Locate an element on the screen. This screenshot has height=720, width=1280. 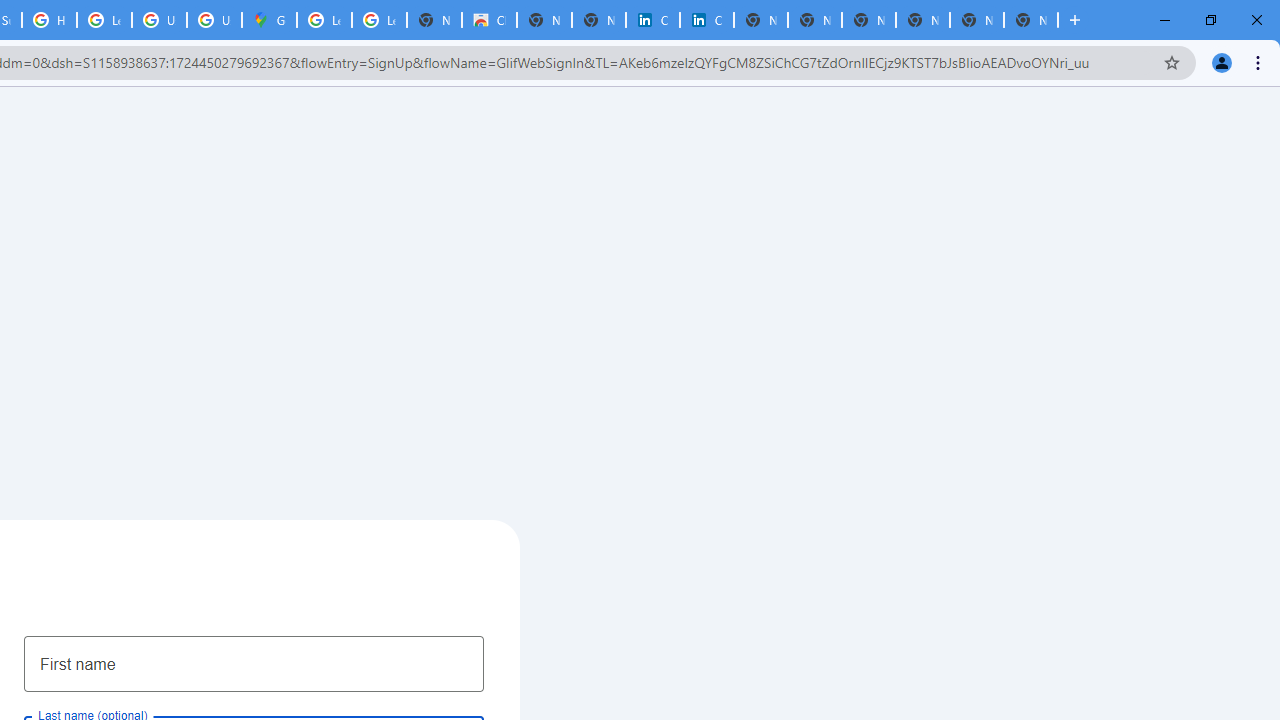
'Cookie Policy | LinkedIn' is located at coordinates (706, 20).